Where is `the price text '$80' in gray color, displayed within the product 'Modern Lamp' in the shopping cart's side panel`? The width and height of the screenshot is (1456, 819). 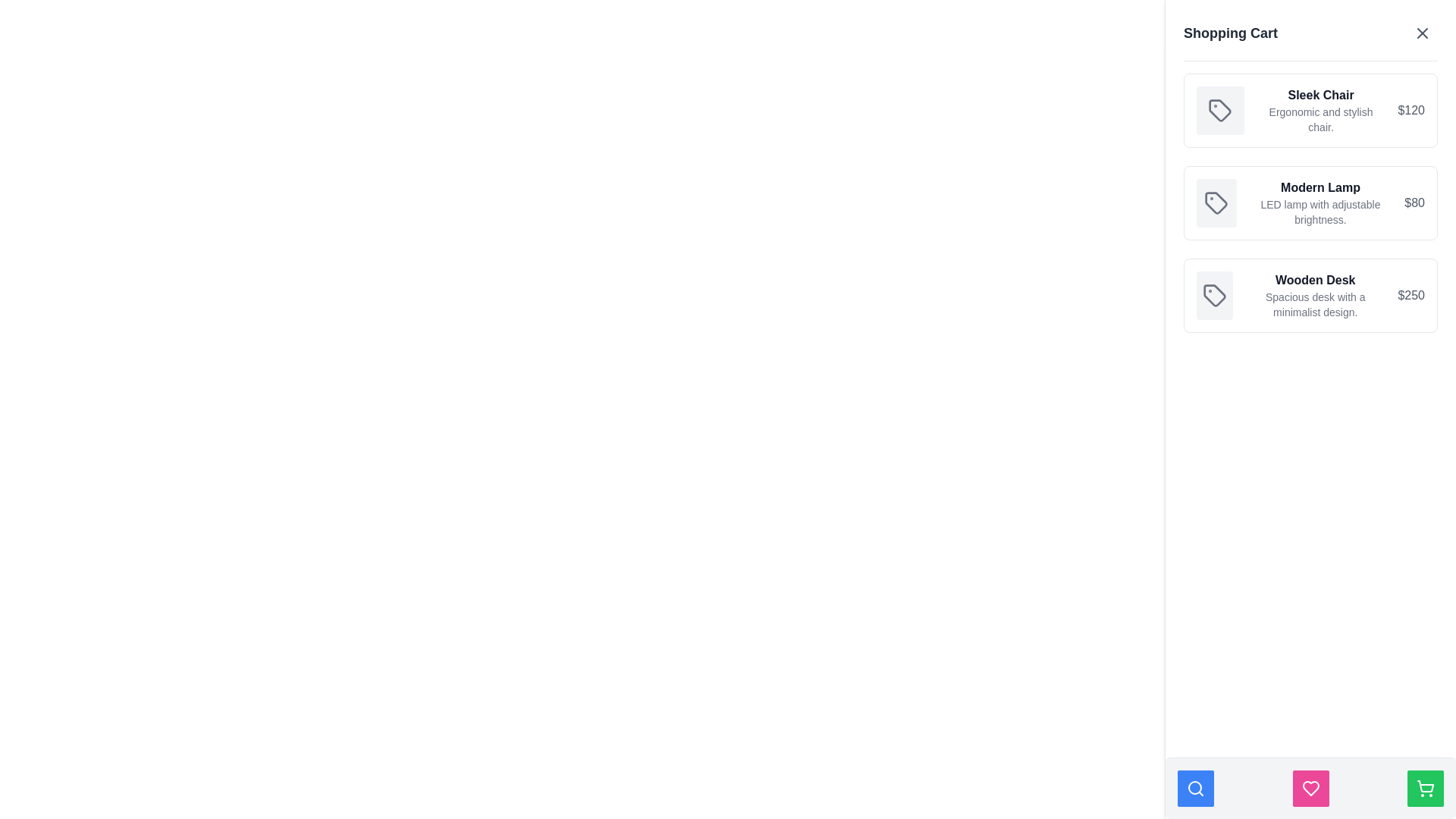
the price text '$80' in gray color, displayed within the product 'Modern Lamp' in the shopping cart's side panel is located at coordinates (1414, 202).